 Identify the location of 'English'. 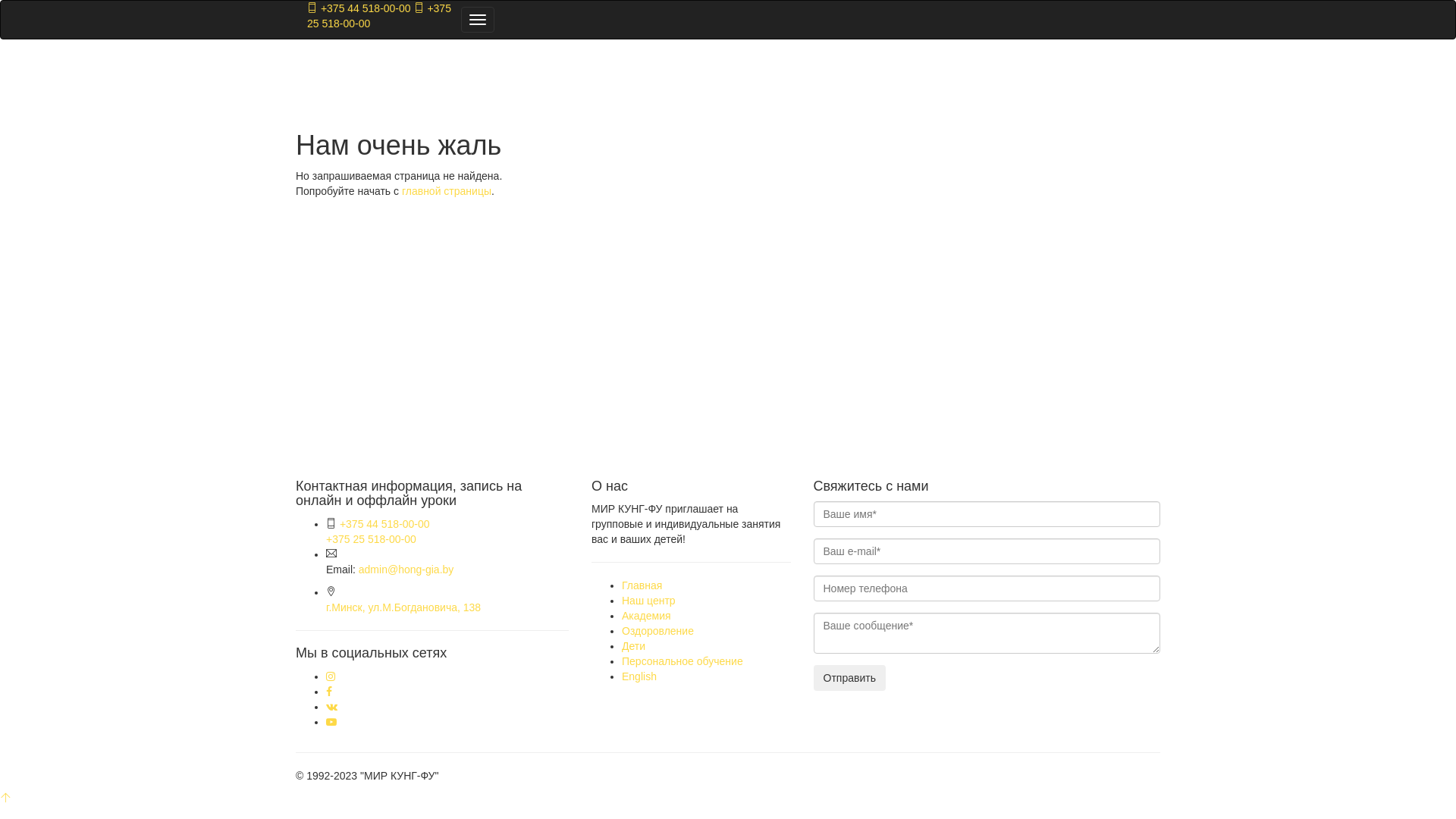
(639, 675).